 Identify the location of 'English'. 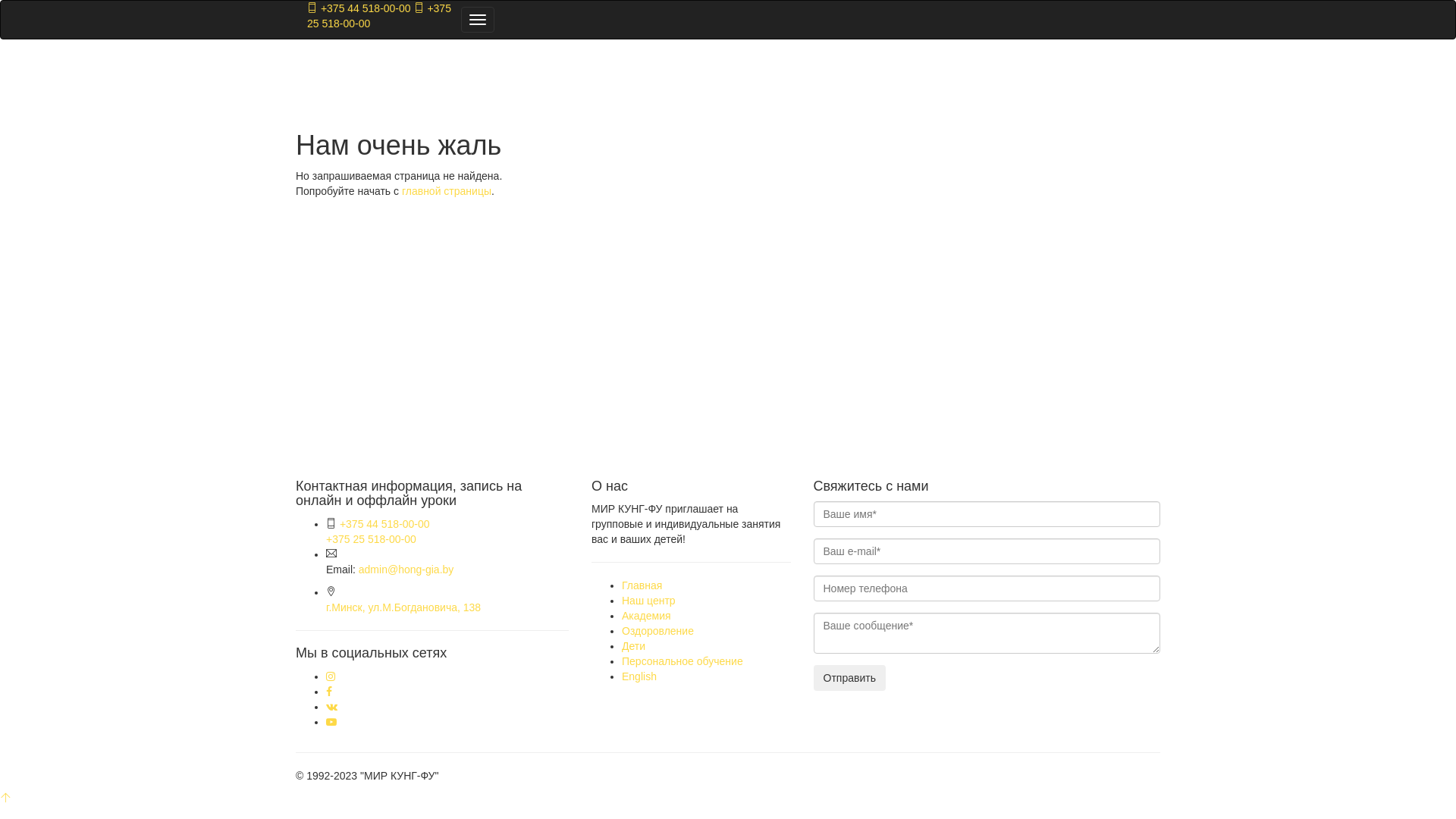
(639, 675).